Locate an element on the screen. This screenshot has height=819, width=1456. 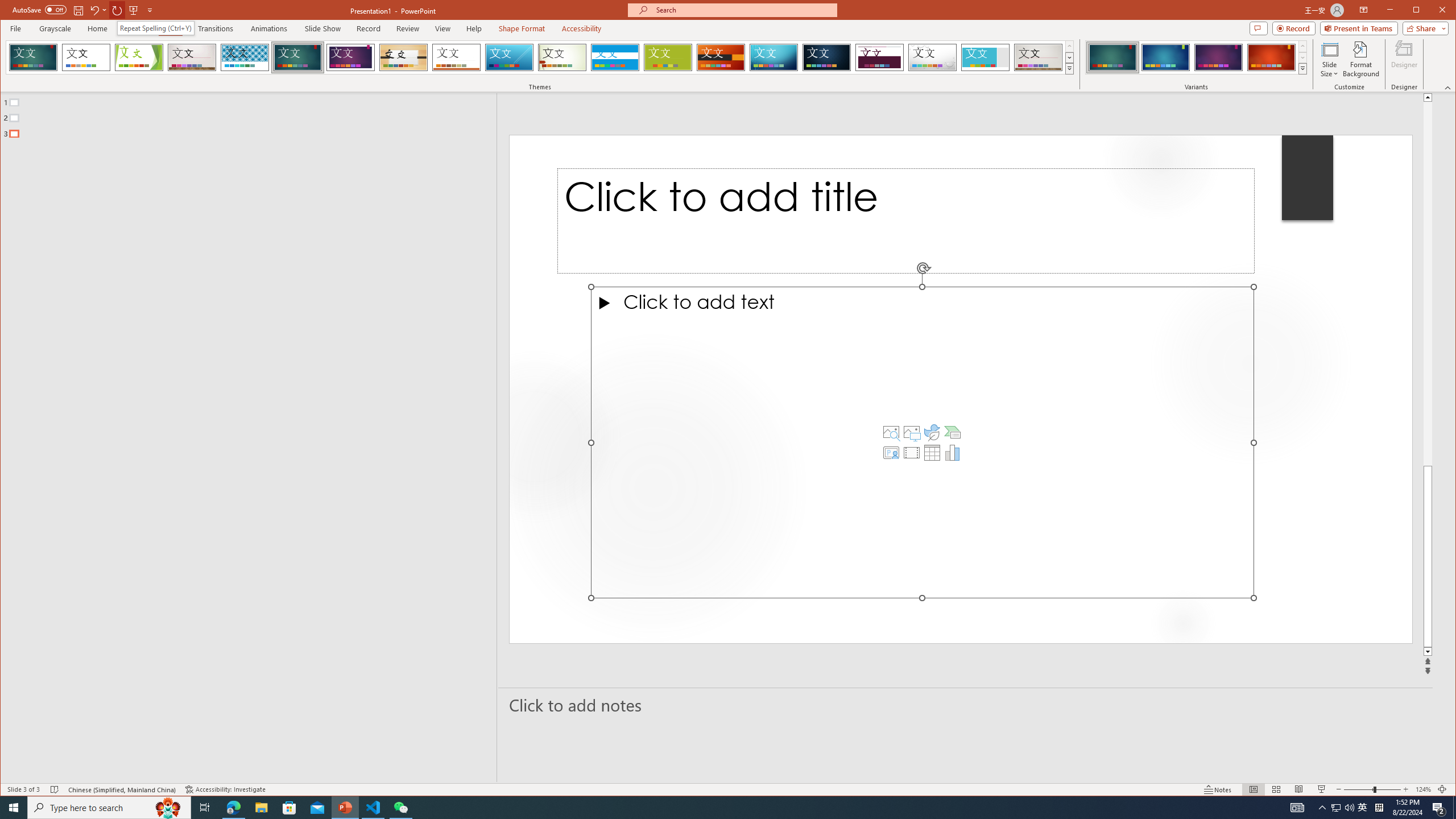
'AutomationID: ThemeVariantsGallery' is located at coordinates (1196, 56).